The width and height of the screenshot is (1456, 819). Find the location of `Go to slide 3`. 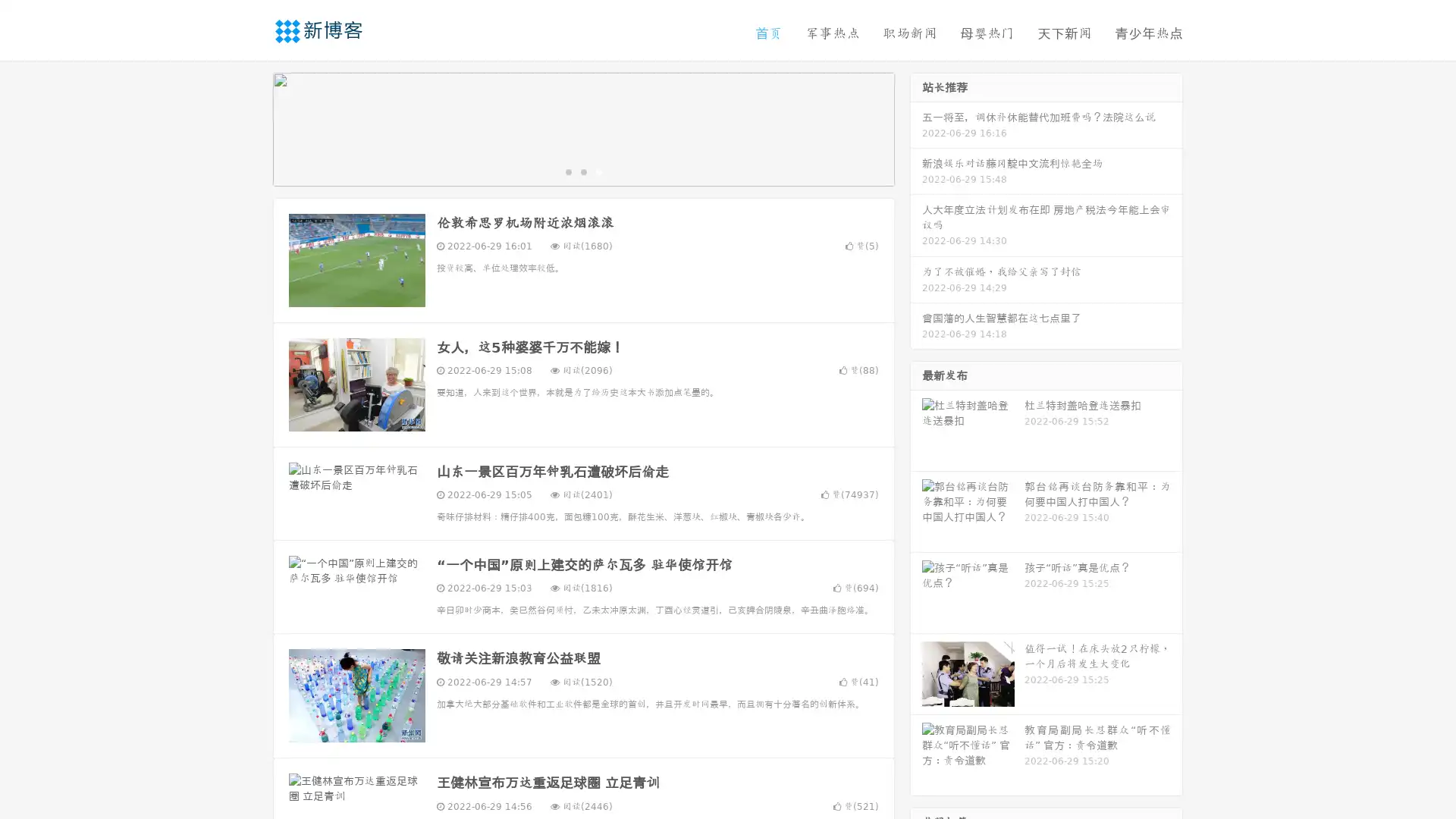

Go to slide 3 is located at coordinates (598, 171).